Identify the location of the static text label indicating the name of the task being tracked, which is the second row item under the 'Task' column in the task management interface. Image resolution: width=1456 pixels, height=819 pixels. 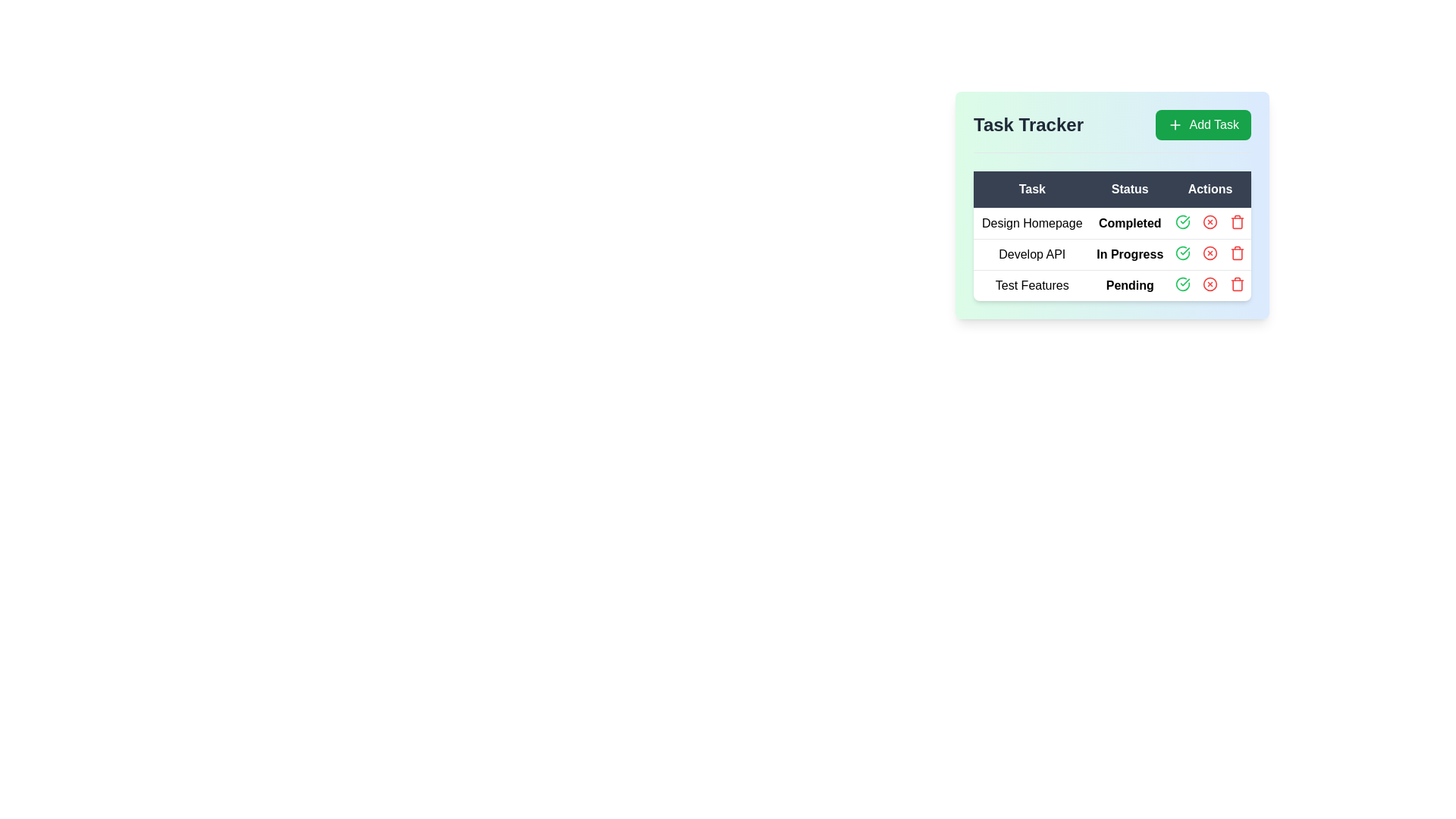
(1031, 253).